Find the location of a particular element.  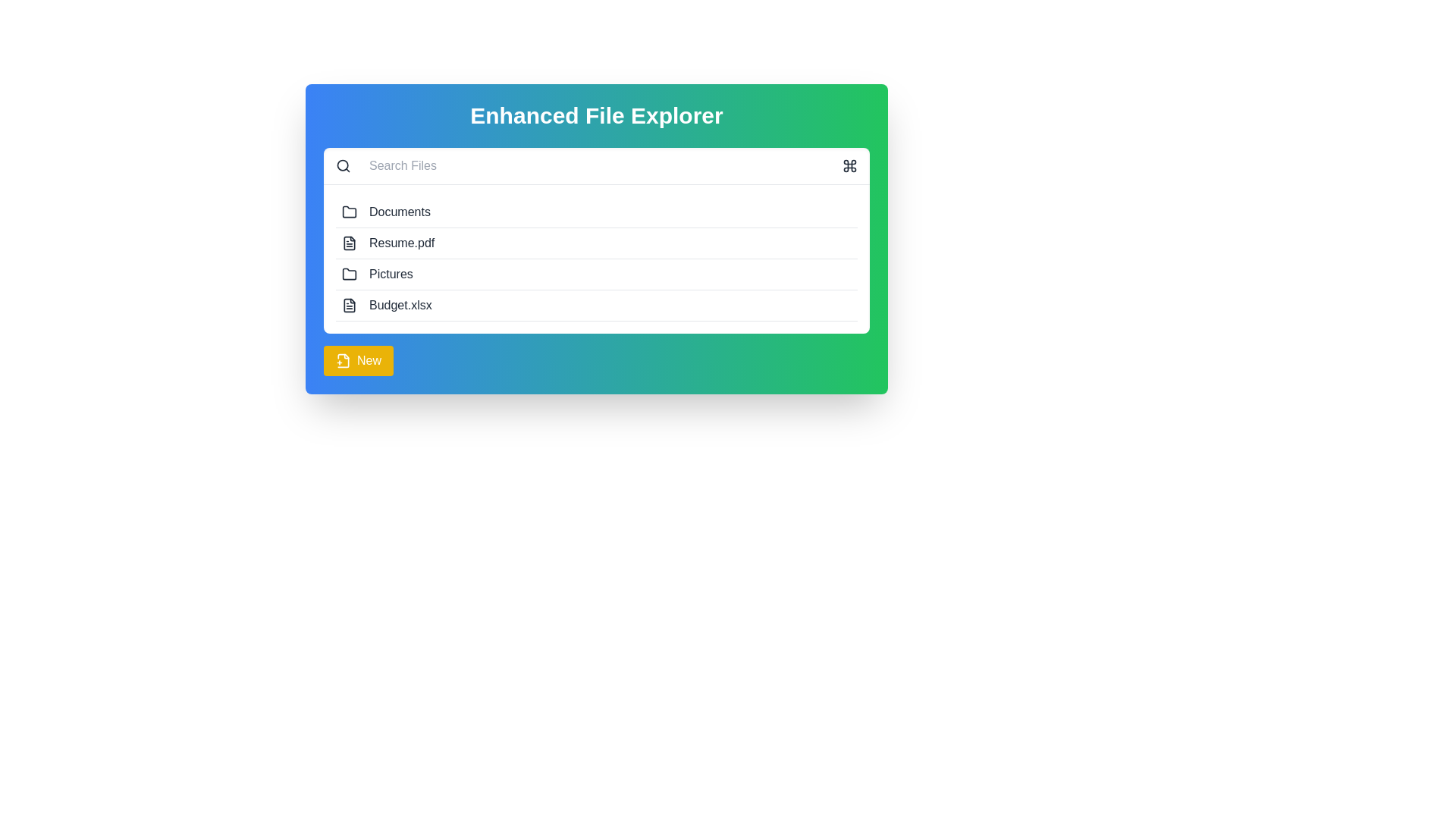

the selectable file named 'Resume.pdf' in the Enhanced File Explorer, which is the second item in the list is located at coordinates (596, 239).